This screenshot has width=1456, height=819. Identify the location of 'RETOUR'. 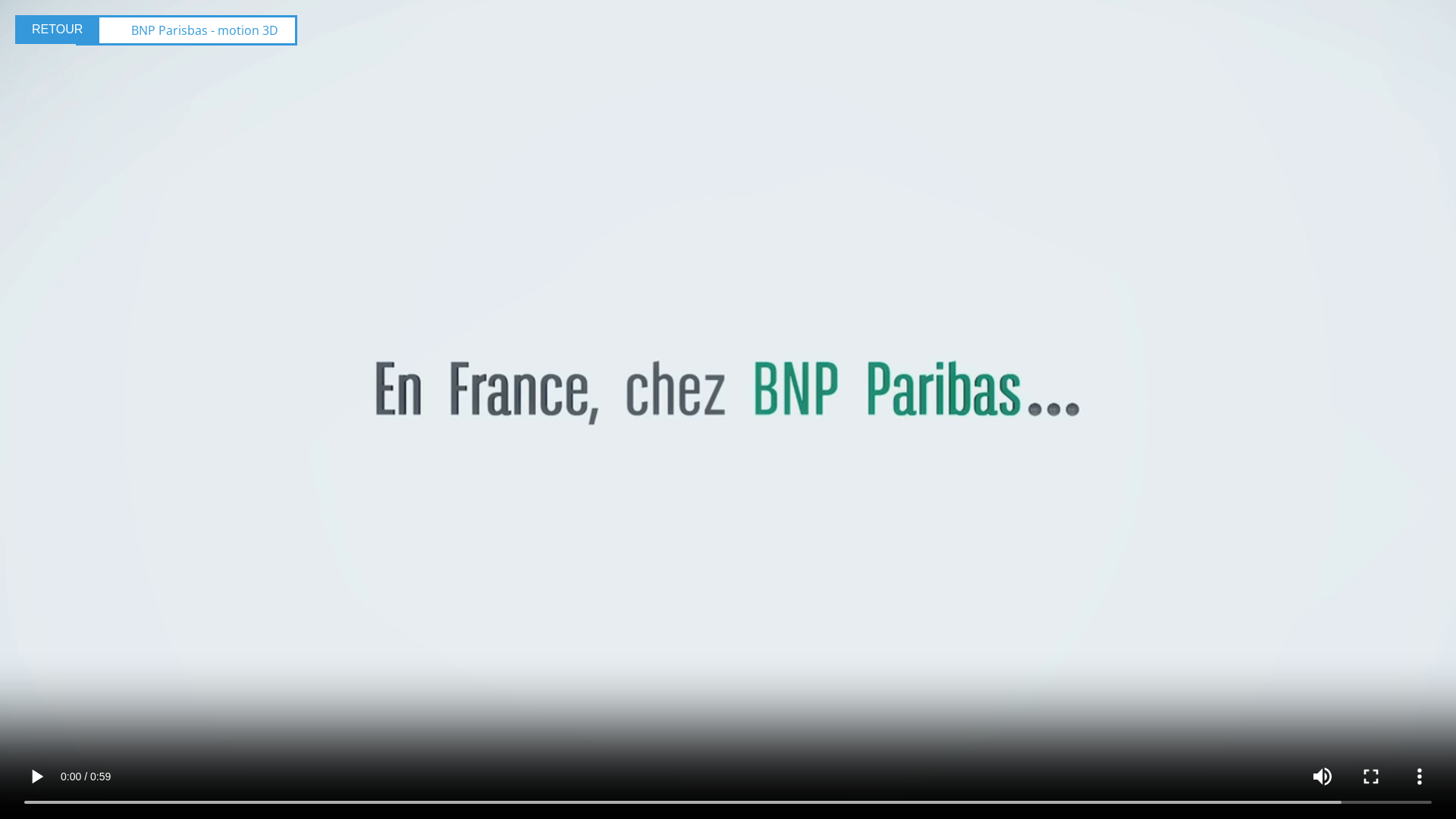
(57, 29).